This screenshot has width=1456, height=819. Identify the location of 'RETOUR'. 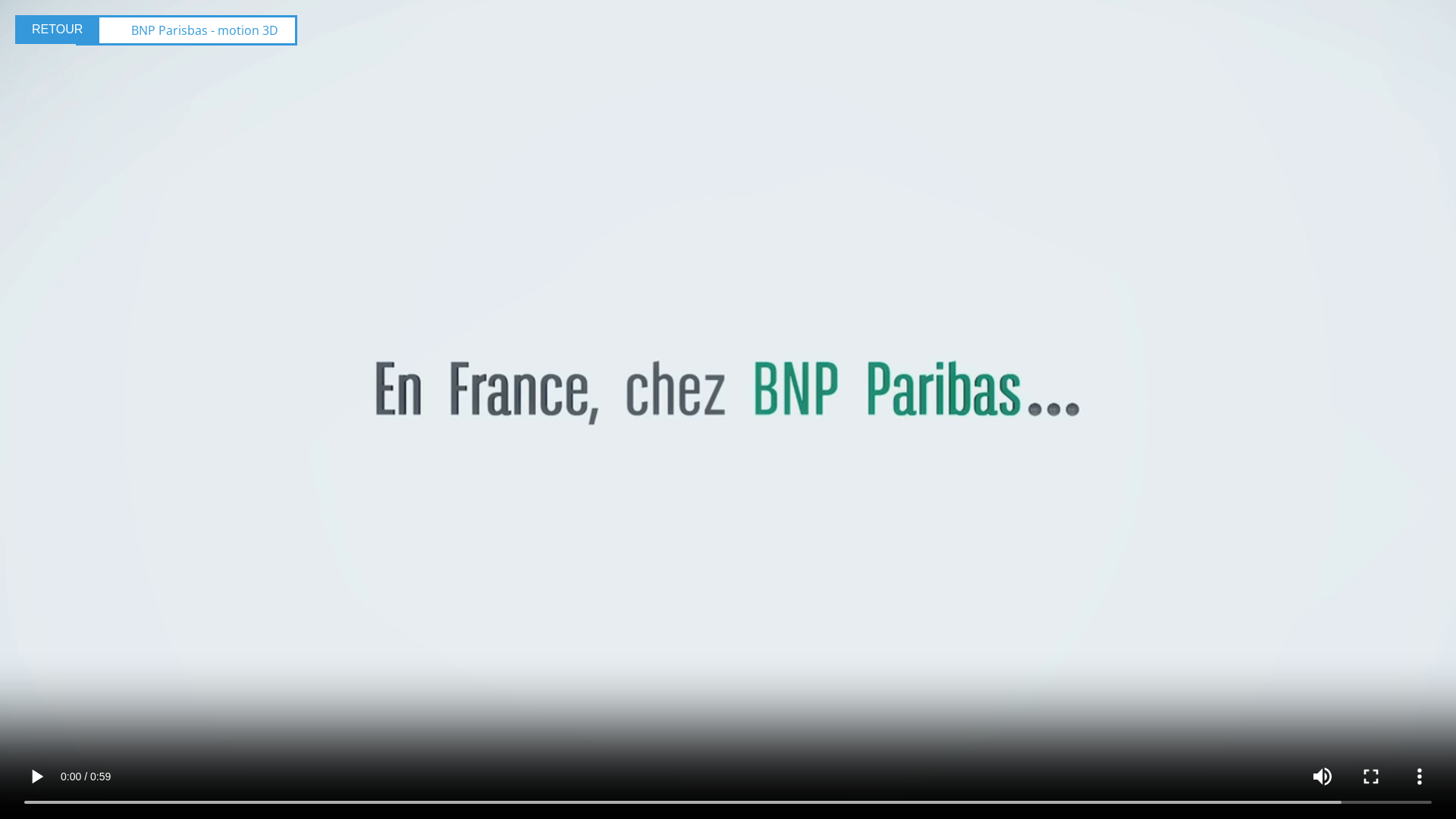
(57, 29).